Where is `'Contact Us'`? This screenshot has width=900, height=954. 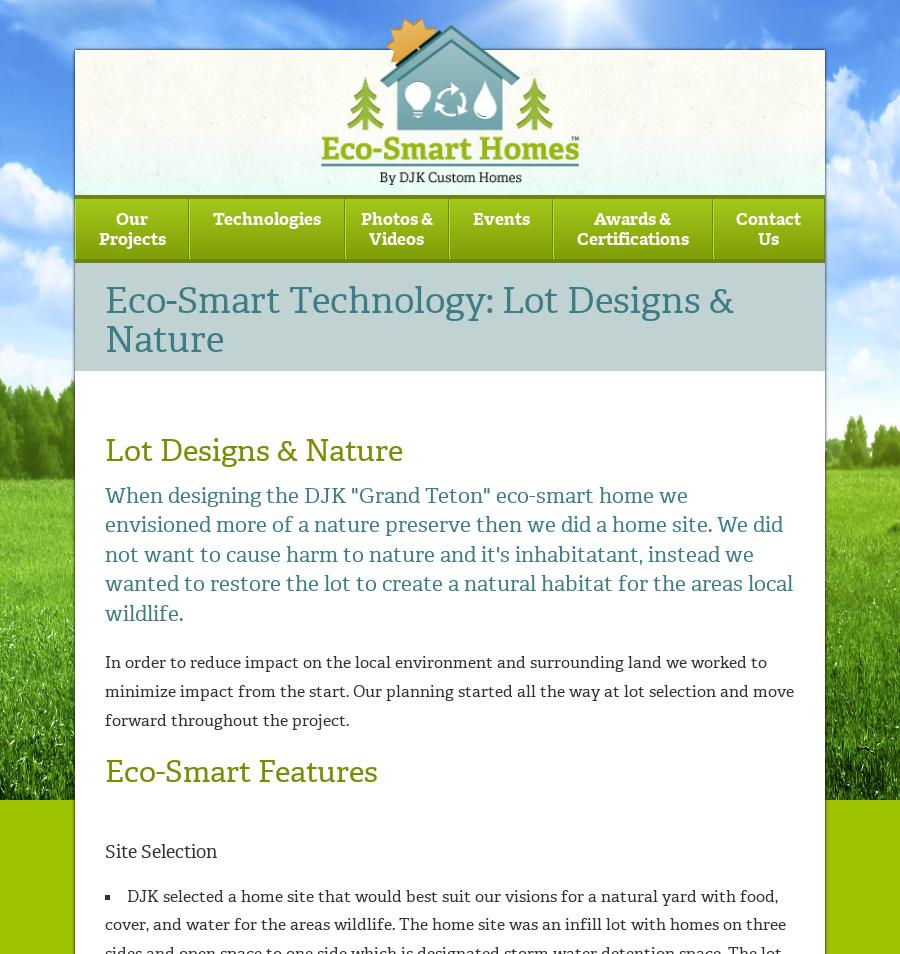
'Contact Us' is located at coordinates (767, 227).